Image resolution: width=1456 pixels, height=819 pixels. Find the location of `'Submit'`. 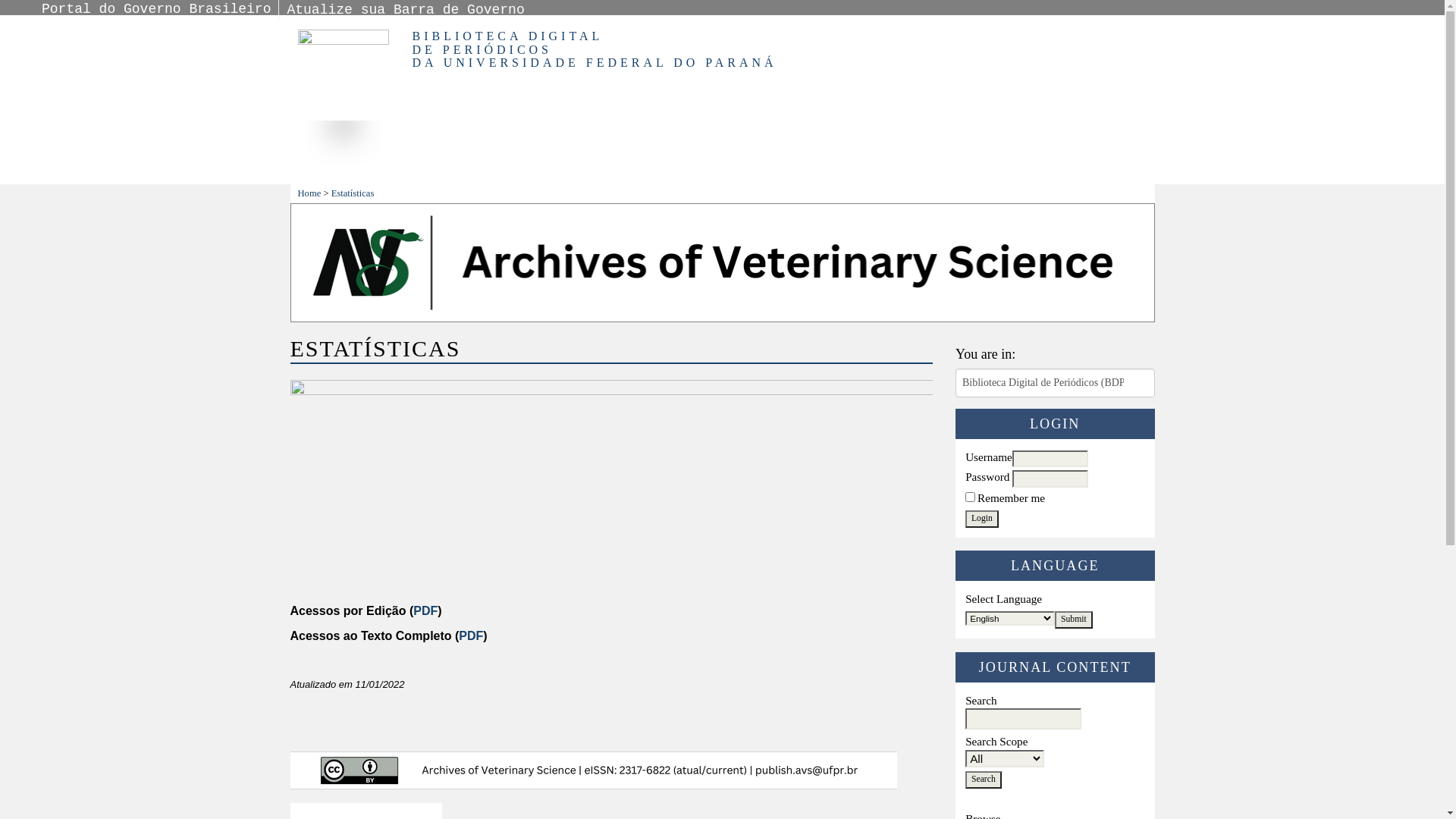

'Submit' is located at coordinates (1054, 620).